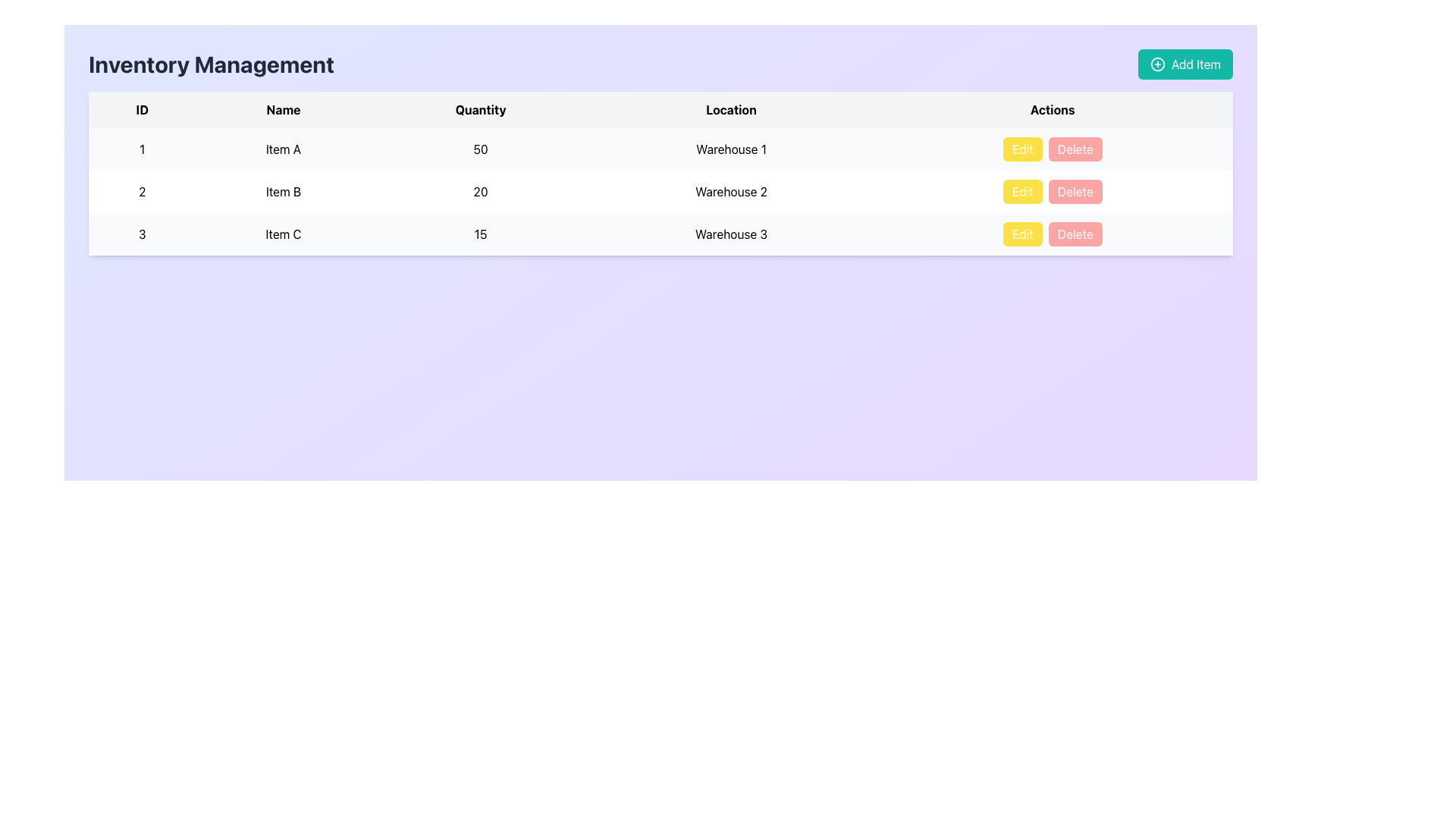  I want to click on the Text Display element that shows 'Item A', located in the second column of the first row below the header in the table, so click(284, 149).